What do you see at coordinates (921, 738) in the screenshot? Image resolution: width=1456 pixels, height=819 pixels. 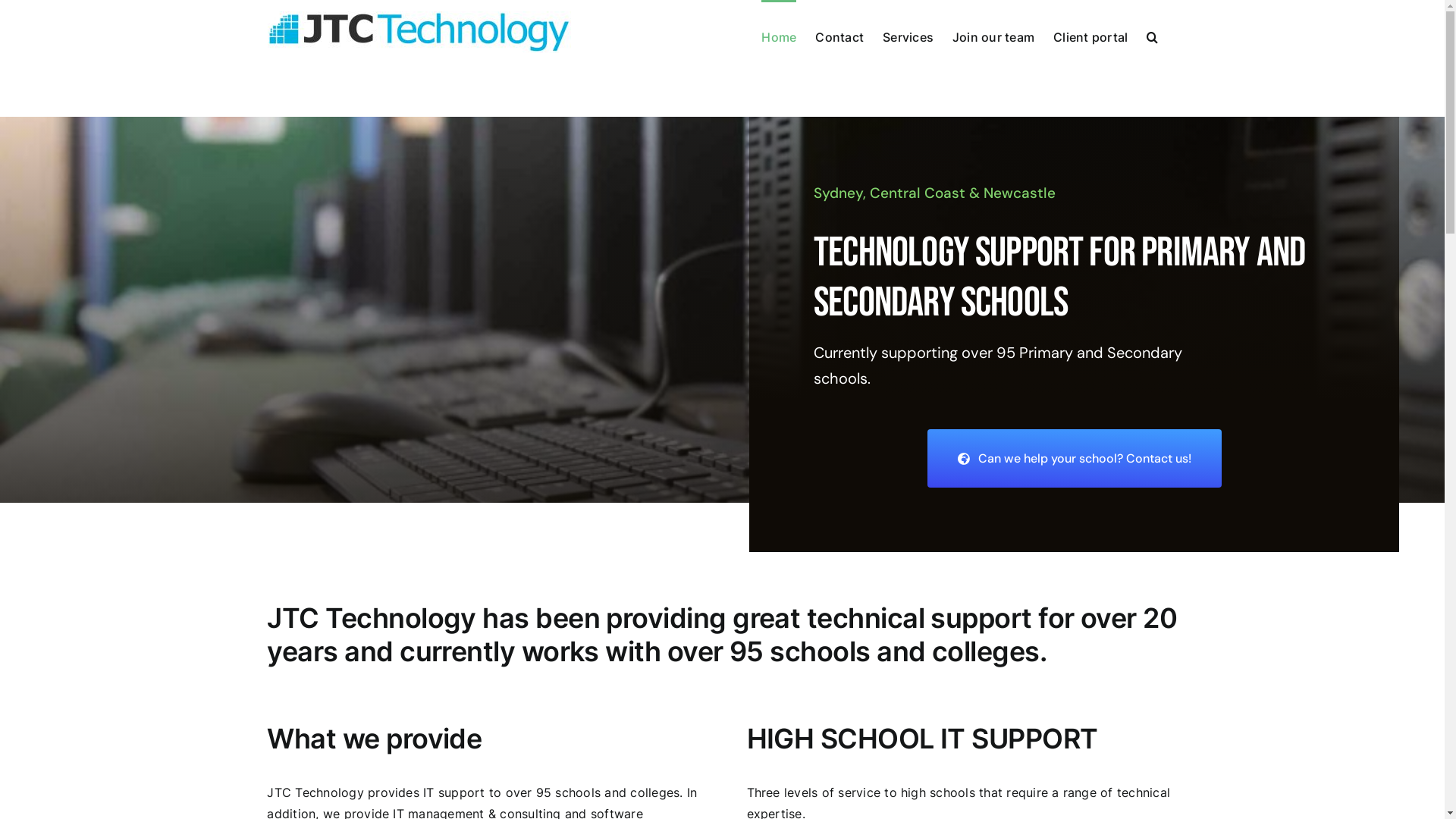 I see `'HIGH SCHOOL IT SUPPORT'` at bounding box center [921, 738].